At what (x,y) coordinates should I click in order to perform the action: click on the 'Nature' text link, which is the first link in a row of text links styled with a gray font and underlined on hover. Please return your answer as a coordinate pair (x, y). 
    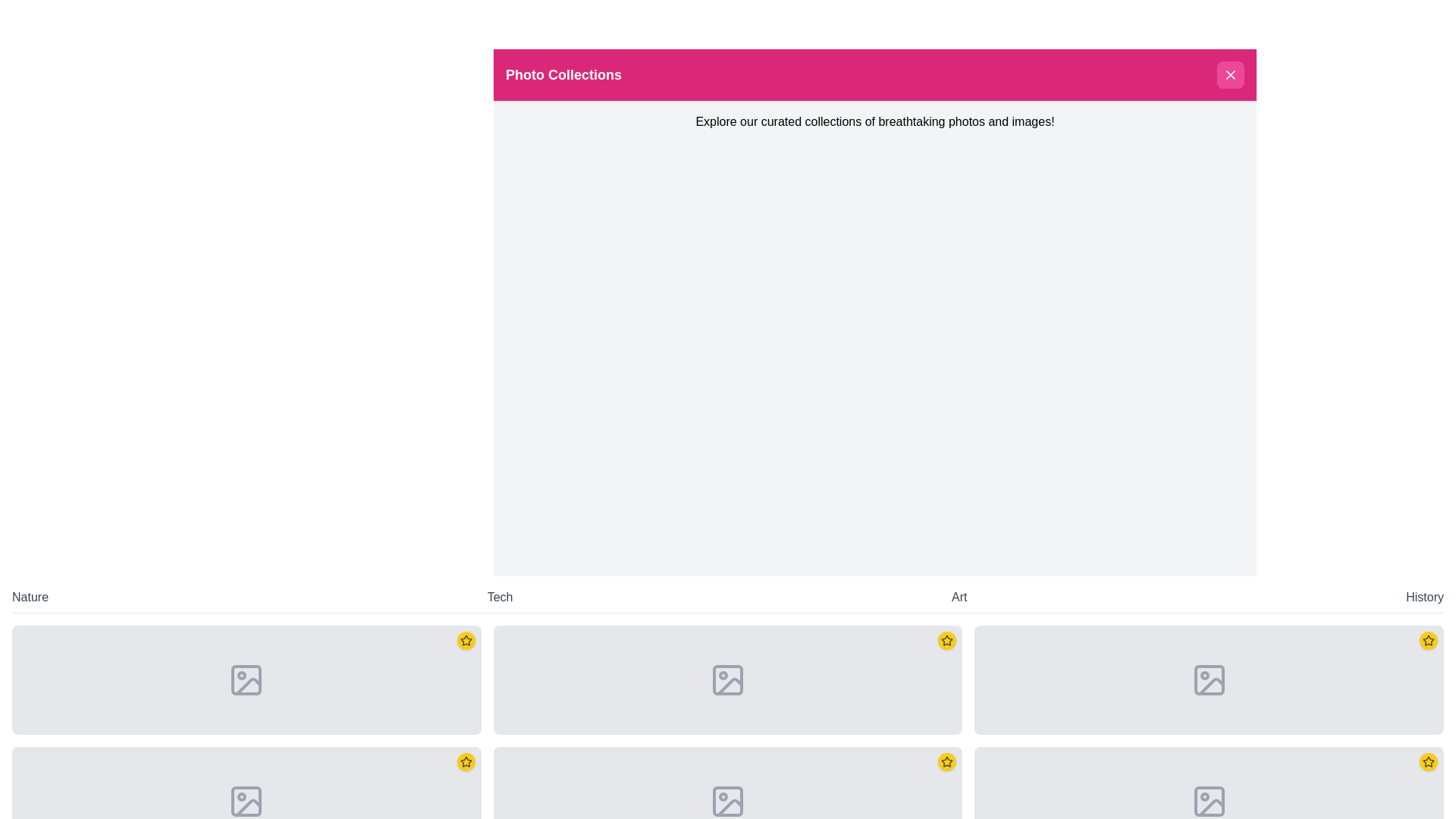
    Looking at the image, I should click on (30, 596).